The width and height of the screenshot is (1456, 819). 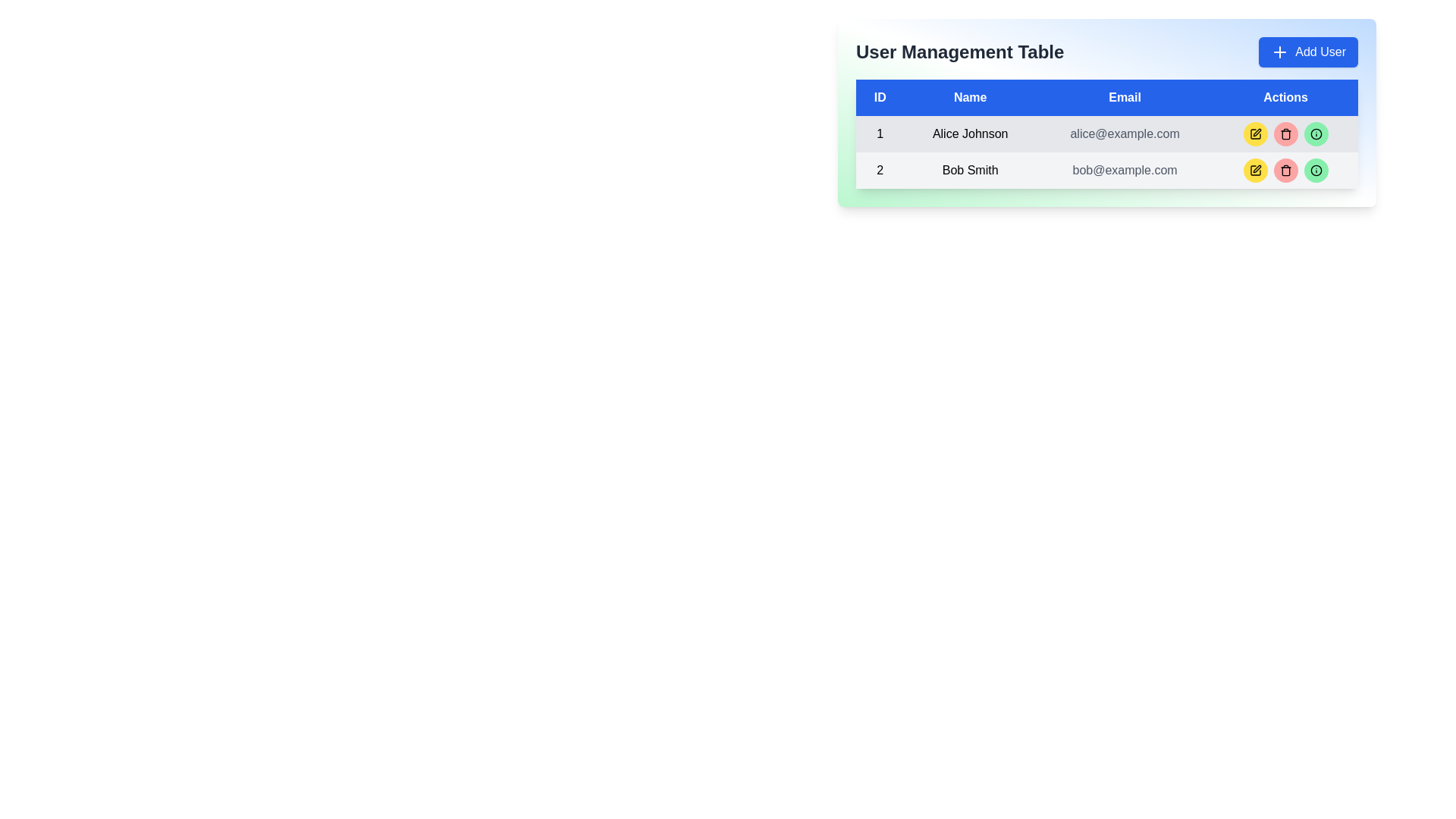 I want to click on the graphical illustration segment of the trash bin icon associated with the user 'Bob Smith' in the Actions column, so click(x=1285, y=171).